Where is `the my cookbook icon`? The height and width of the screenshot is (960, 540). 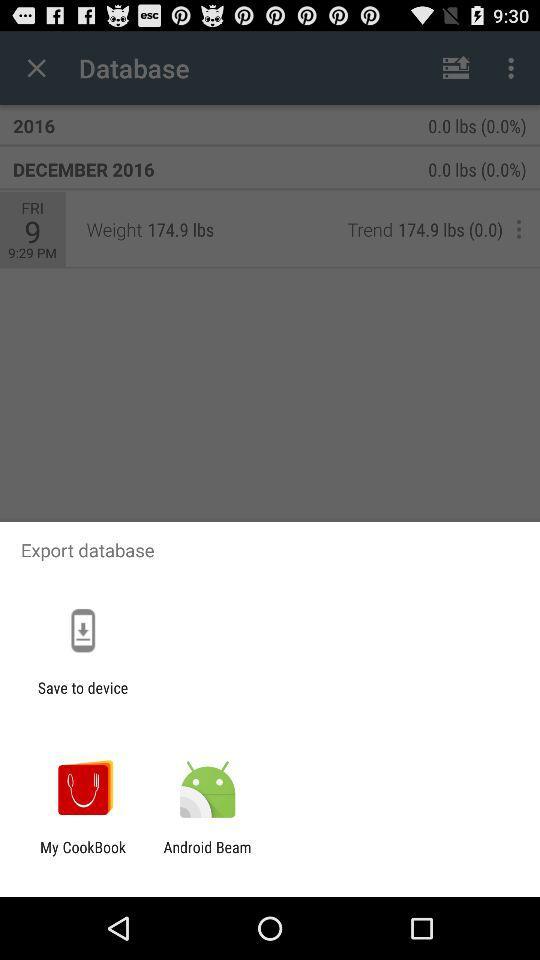 the my cookbook icon is located at coordinates (82, 855).